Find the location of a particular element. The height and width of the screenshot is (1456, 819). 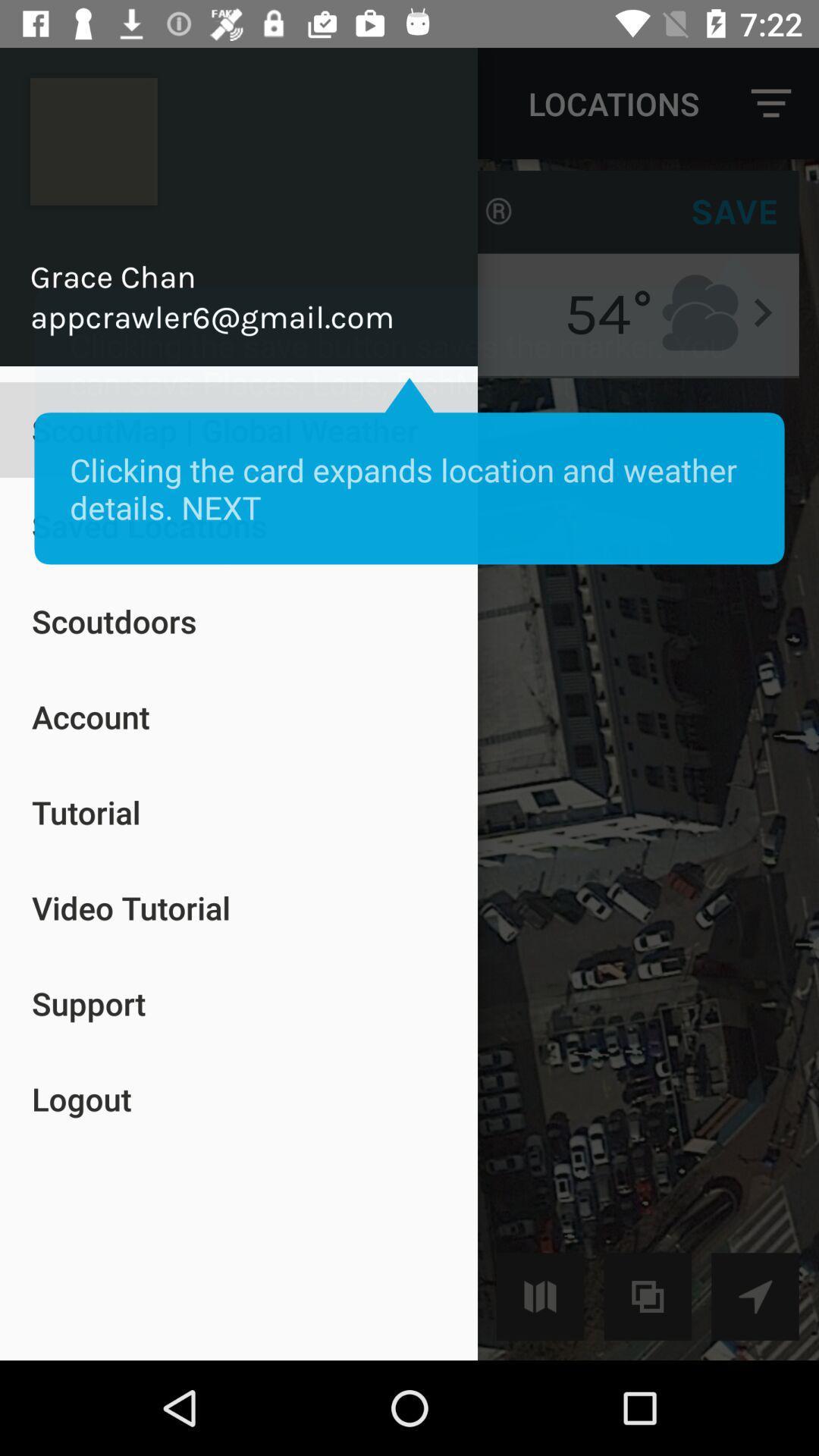

the copy icon is located at coordinates (648, 1295).